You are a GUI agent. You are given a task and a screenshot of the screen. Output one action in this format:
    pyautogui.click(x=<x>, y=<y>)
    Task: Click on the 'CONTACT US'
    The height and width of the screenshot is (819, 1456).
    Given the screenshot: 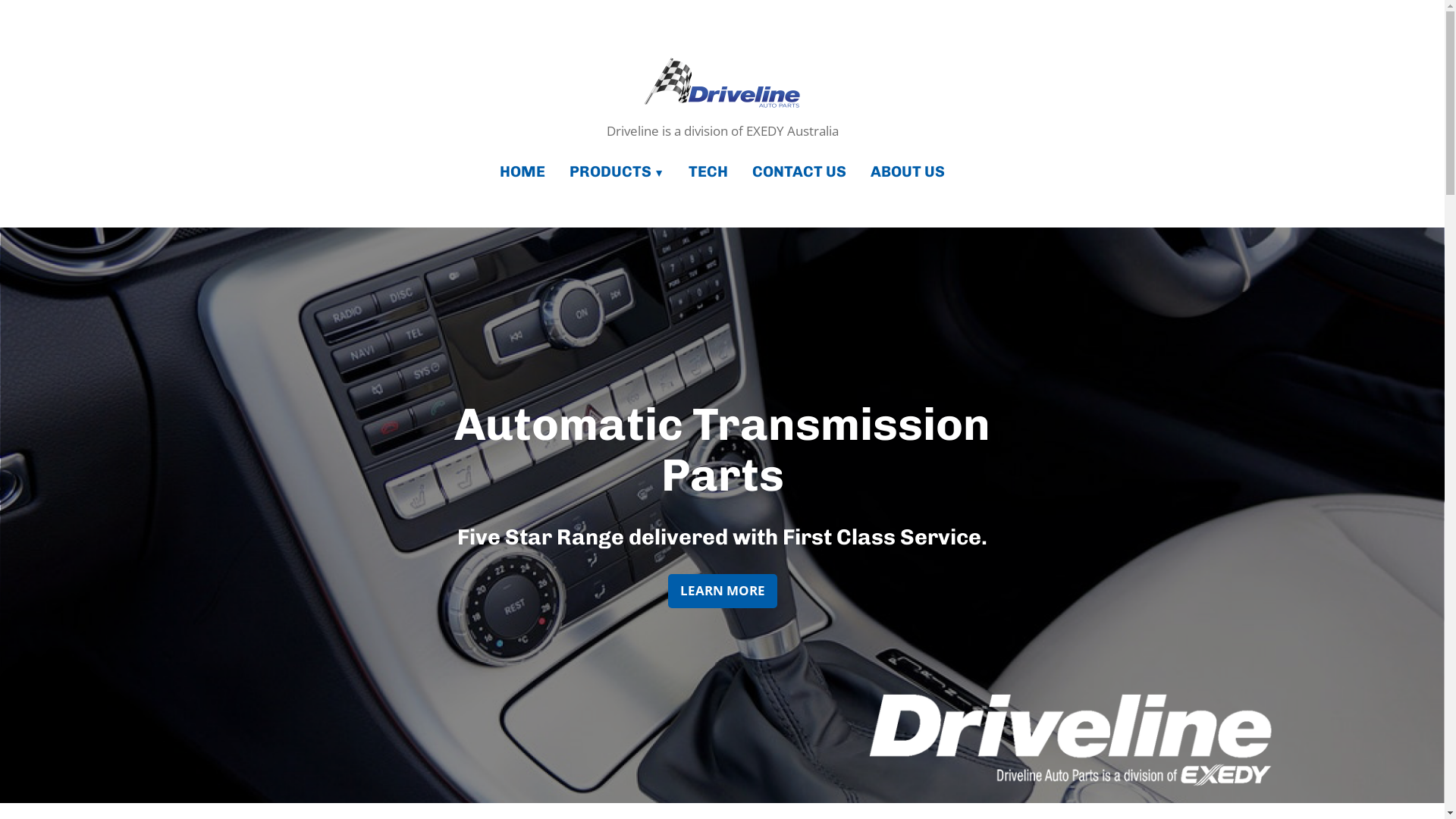 What is the action you would take?
    pyautogui.click(x=739, y=171)
    